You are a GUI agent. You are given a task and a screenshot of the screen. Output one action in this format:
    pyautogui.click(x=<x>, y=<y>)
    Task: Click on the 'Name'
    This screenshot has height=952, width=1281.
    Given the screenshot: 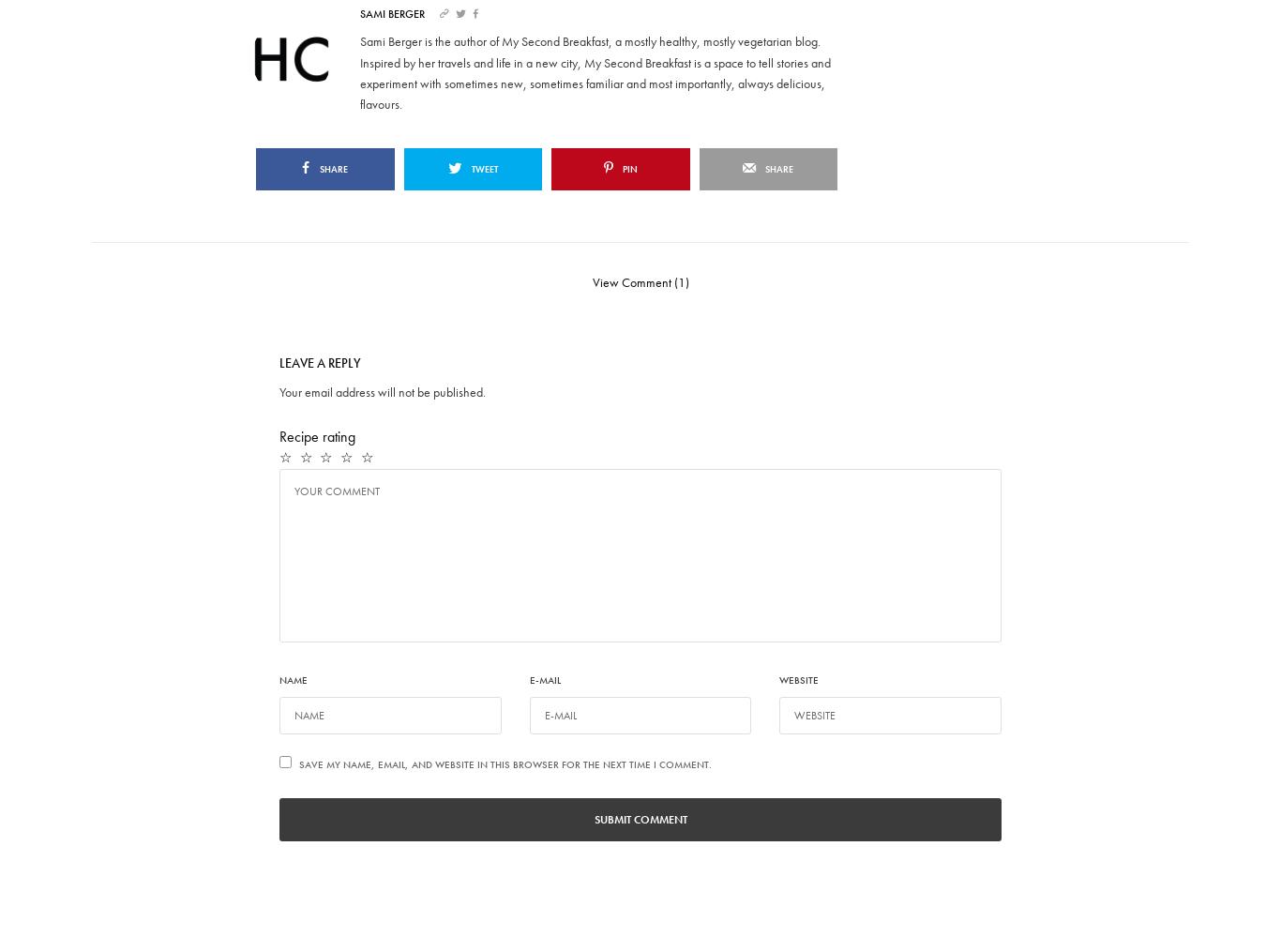 What is the action you would take?
    pyautogui.click(x=293, y=678)
    